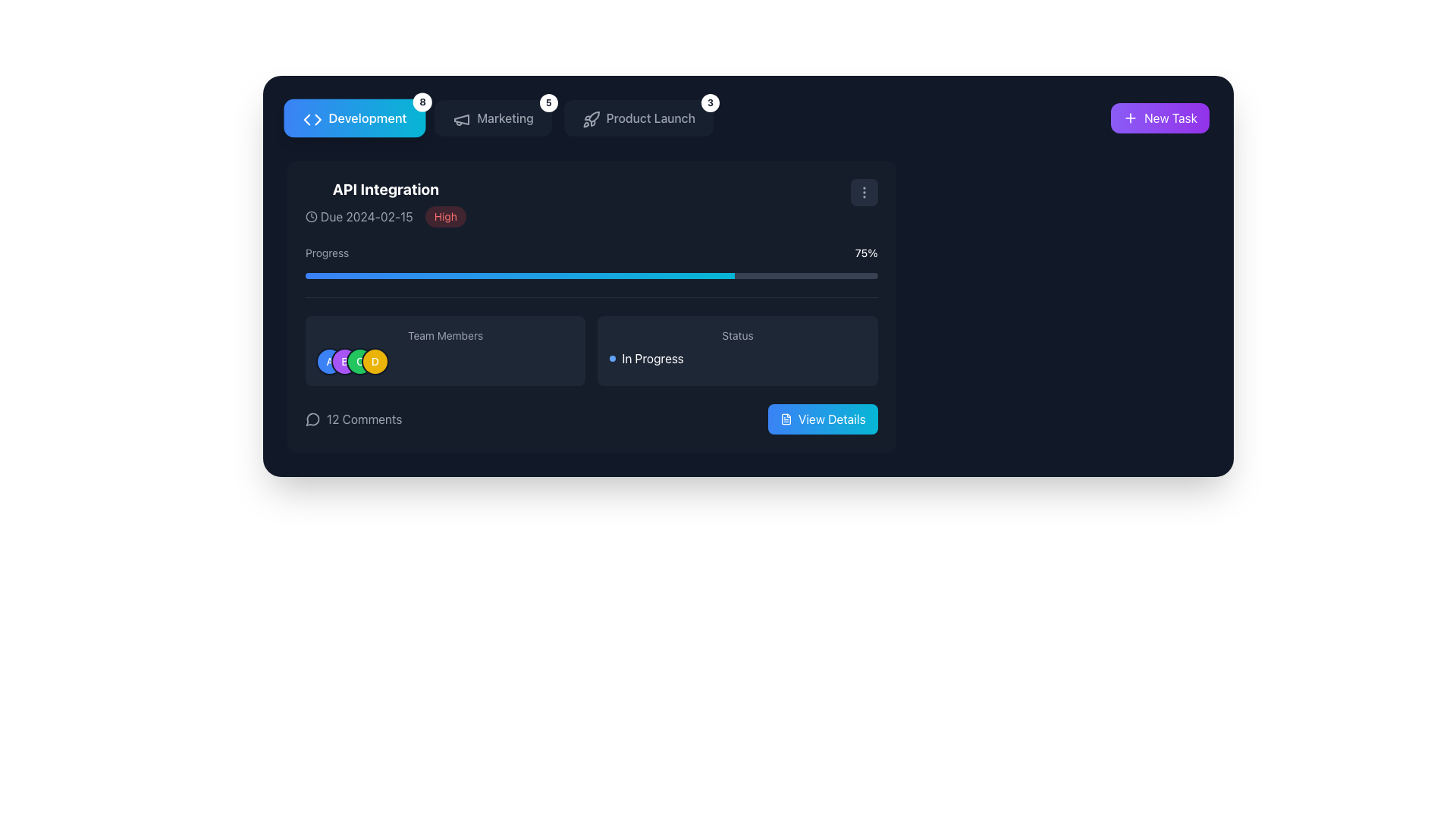  What do you see at coordinates (344, 362) in the screenshot?
I see `the circular icon with a purple background and white 'B' text, which is the second item in the 'Team Members' section of the card interface` at bounding box center [344, 362].